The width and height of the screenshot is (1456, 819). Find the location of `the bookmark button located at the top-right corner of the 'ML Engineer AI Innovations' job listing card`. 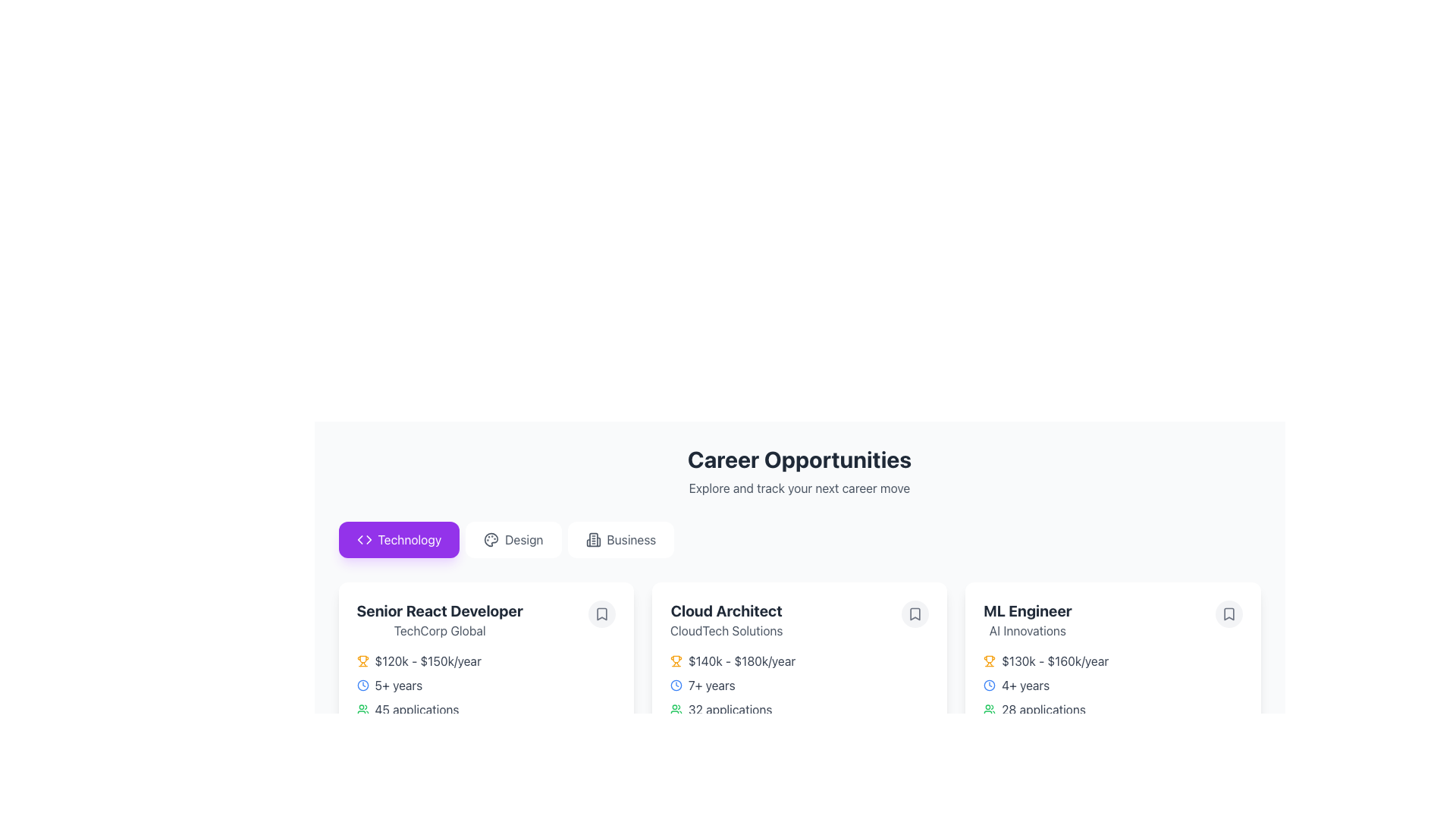

the bookmark button located at the top-right corner of the 'ML Engineer AI Innovations' job listing card is located at coordinates (1228, 614).